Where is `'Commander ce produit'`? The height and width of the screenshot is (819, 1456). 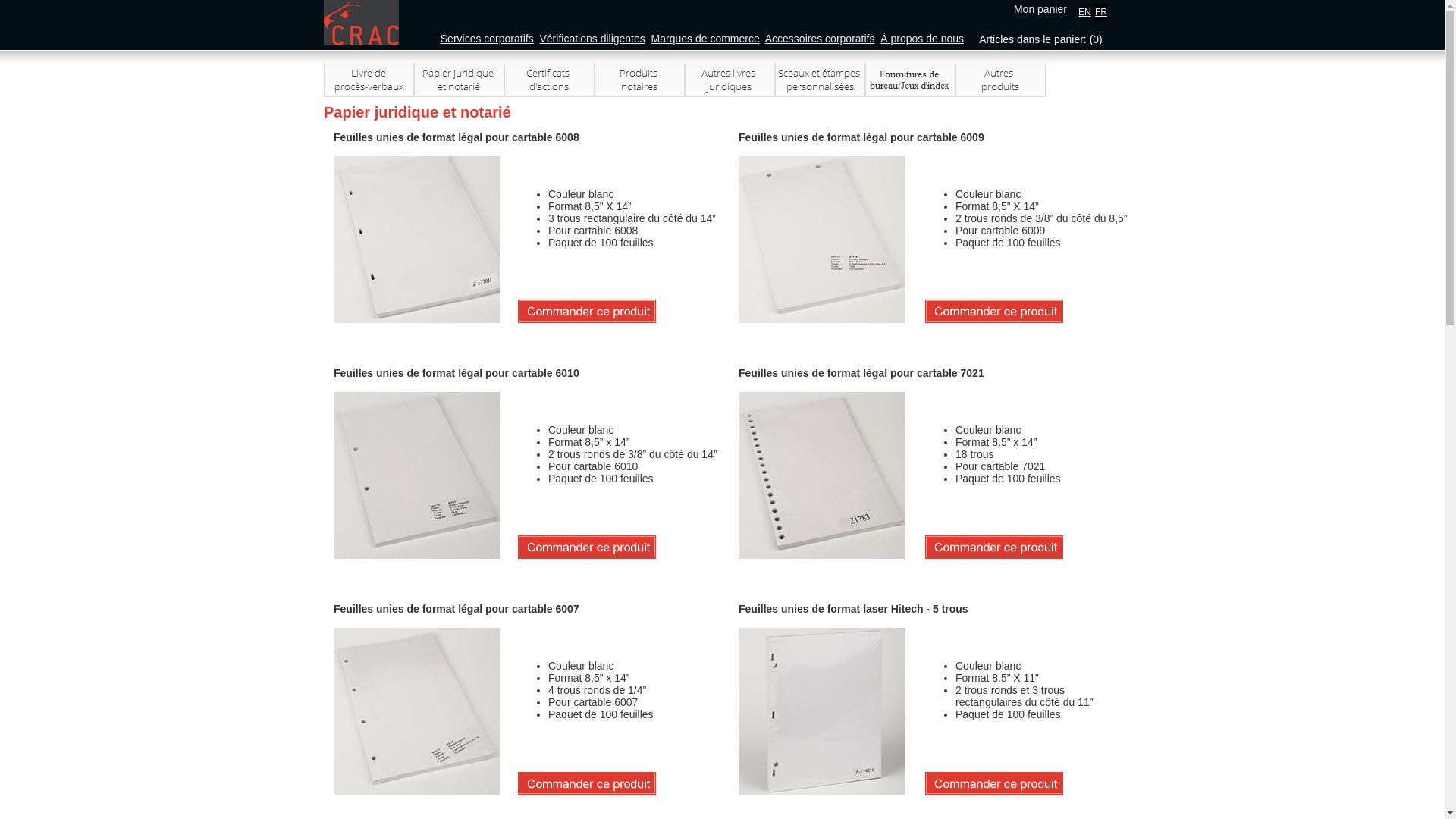 'Commander ce produit' is located at coordinates (993, 310).